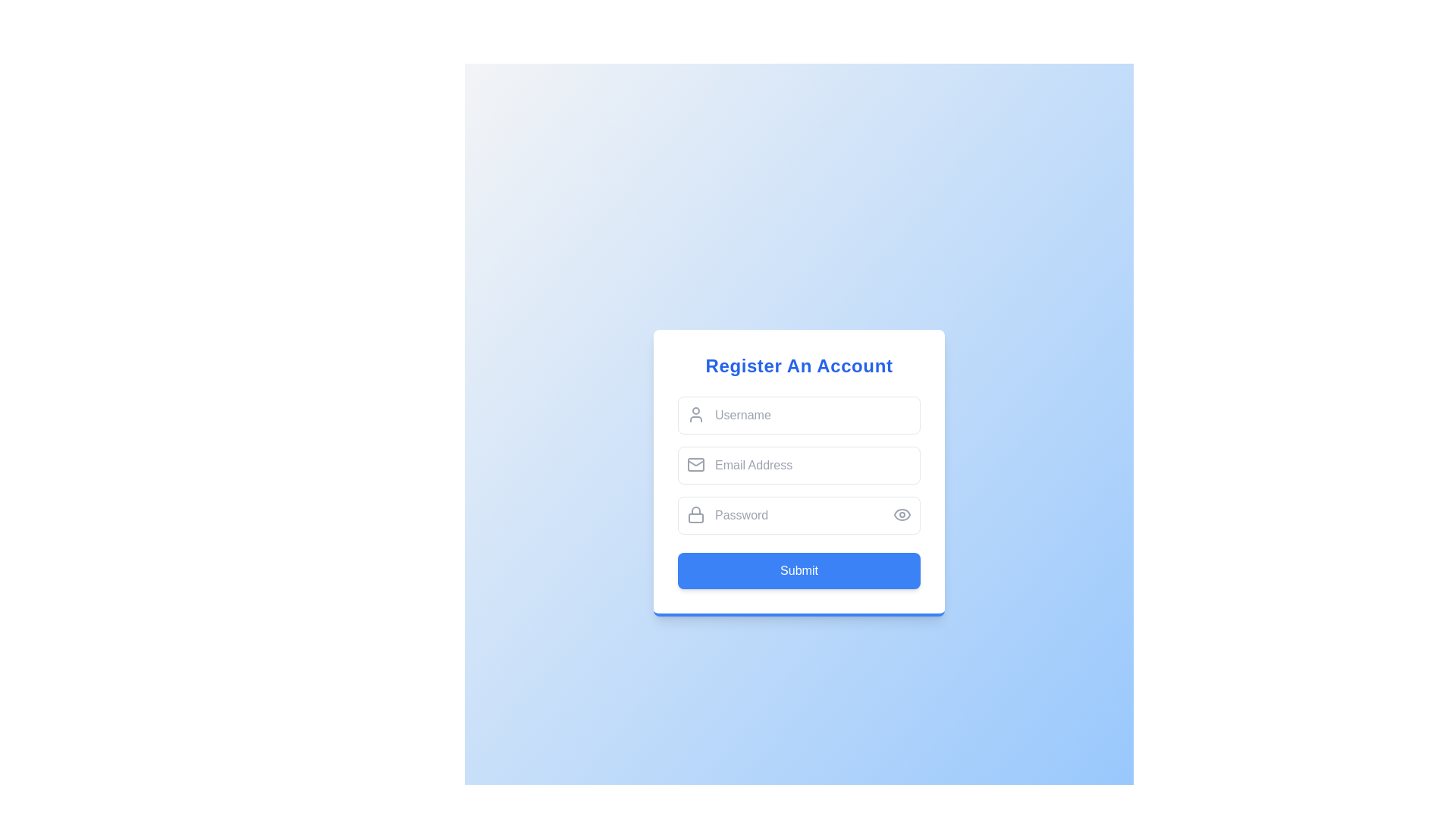 The height and width of the screenshot is (819, 1456). I want to click on the rectangular body of the padlock icon located beside the password input field, so click(695, 517).